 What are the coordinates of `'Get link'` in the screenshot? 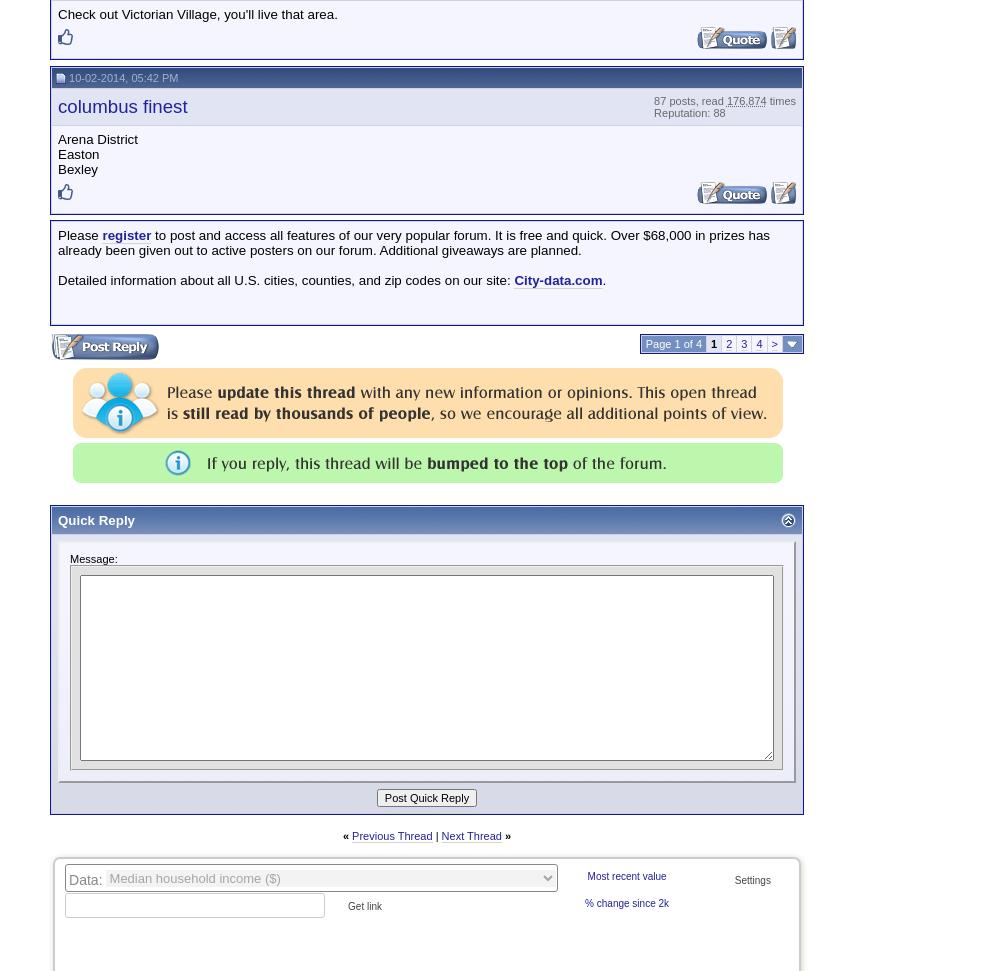 It's located at (363, 906).